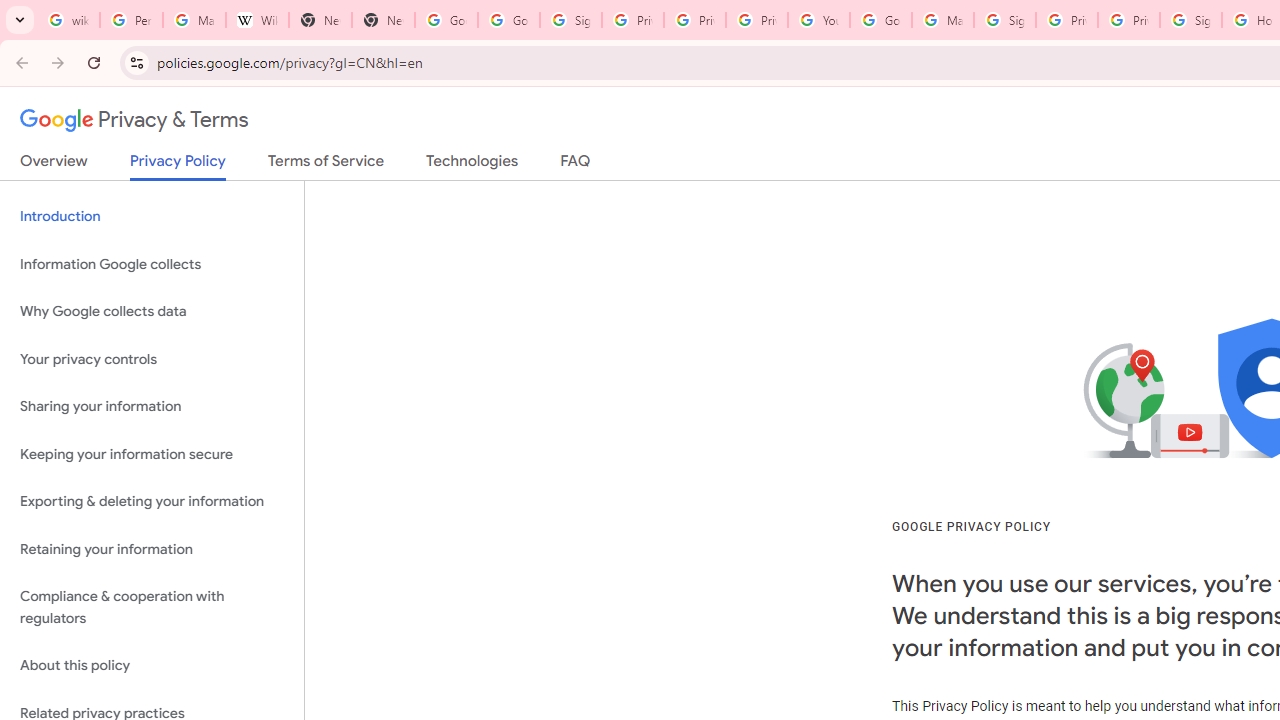 The height and width of the screenshot is (720, 1280). Describe the element at coordinates (320, 20) in the screenshot. I see `'New Tab'` at that location.